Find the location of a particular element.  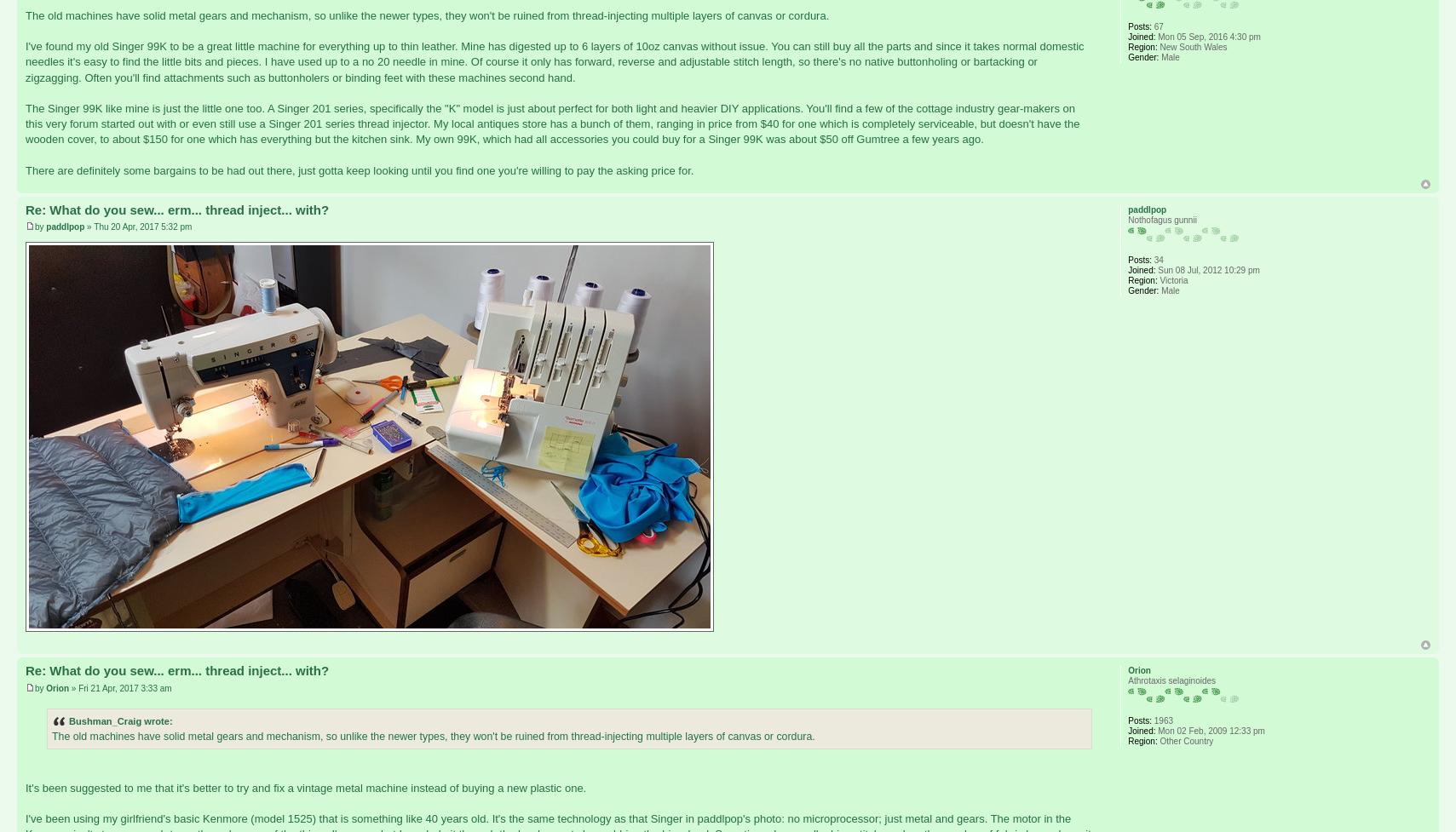

'Victoria' is located at coordinates (1156, 279).